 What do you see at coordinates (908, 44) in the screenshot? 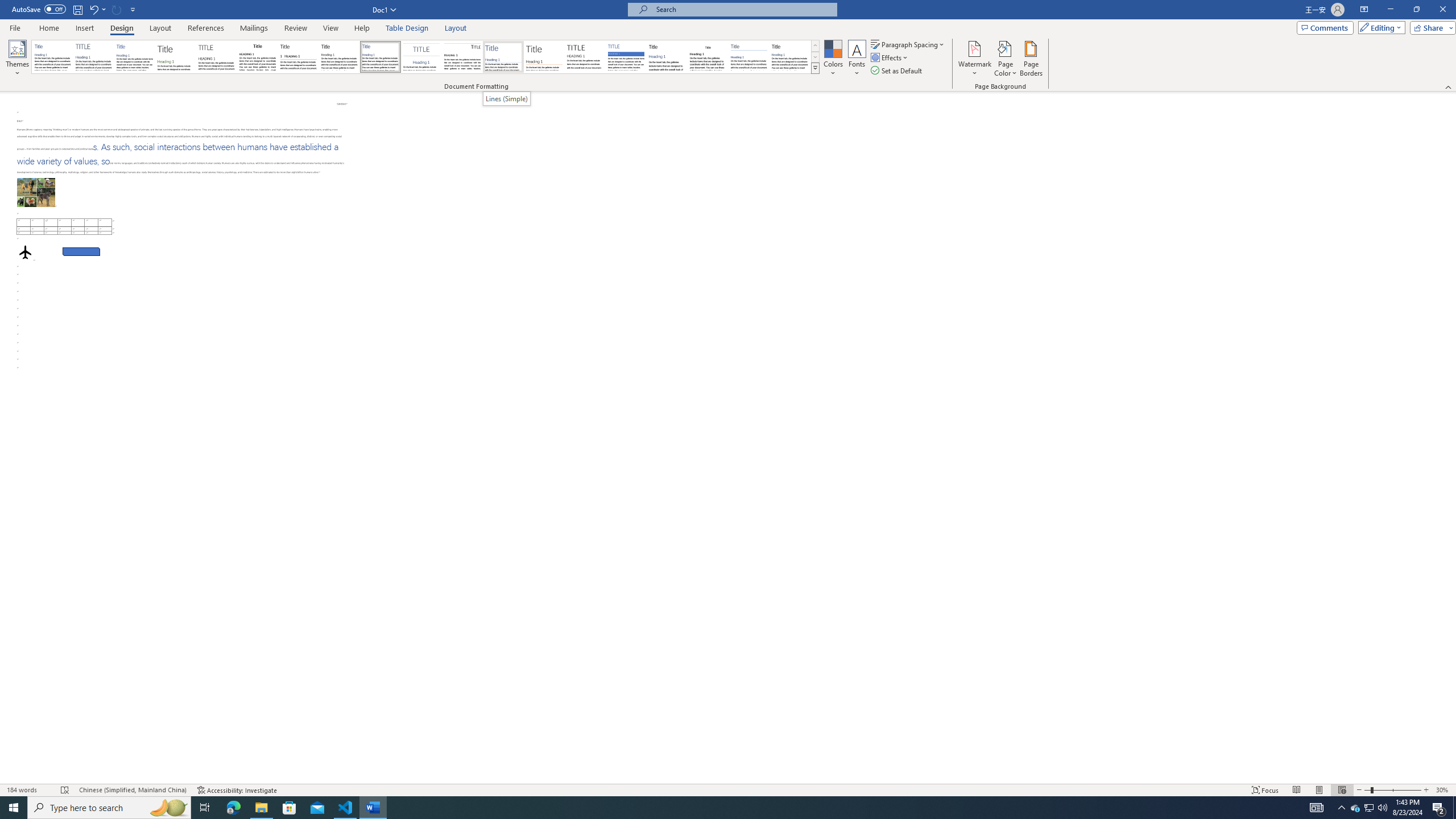
I see `'Paragraph Spacing'` at bounding box center [908, 44].